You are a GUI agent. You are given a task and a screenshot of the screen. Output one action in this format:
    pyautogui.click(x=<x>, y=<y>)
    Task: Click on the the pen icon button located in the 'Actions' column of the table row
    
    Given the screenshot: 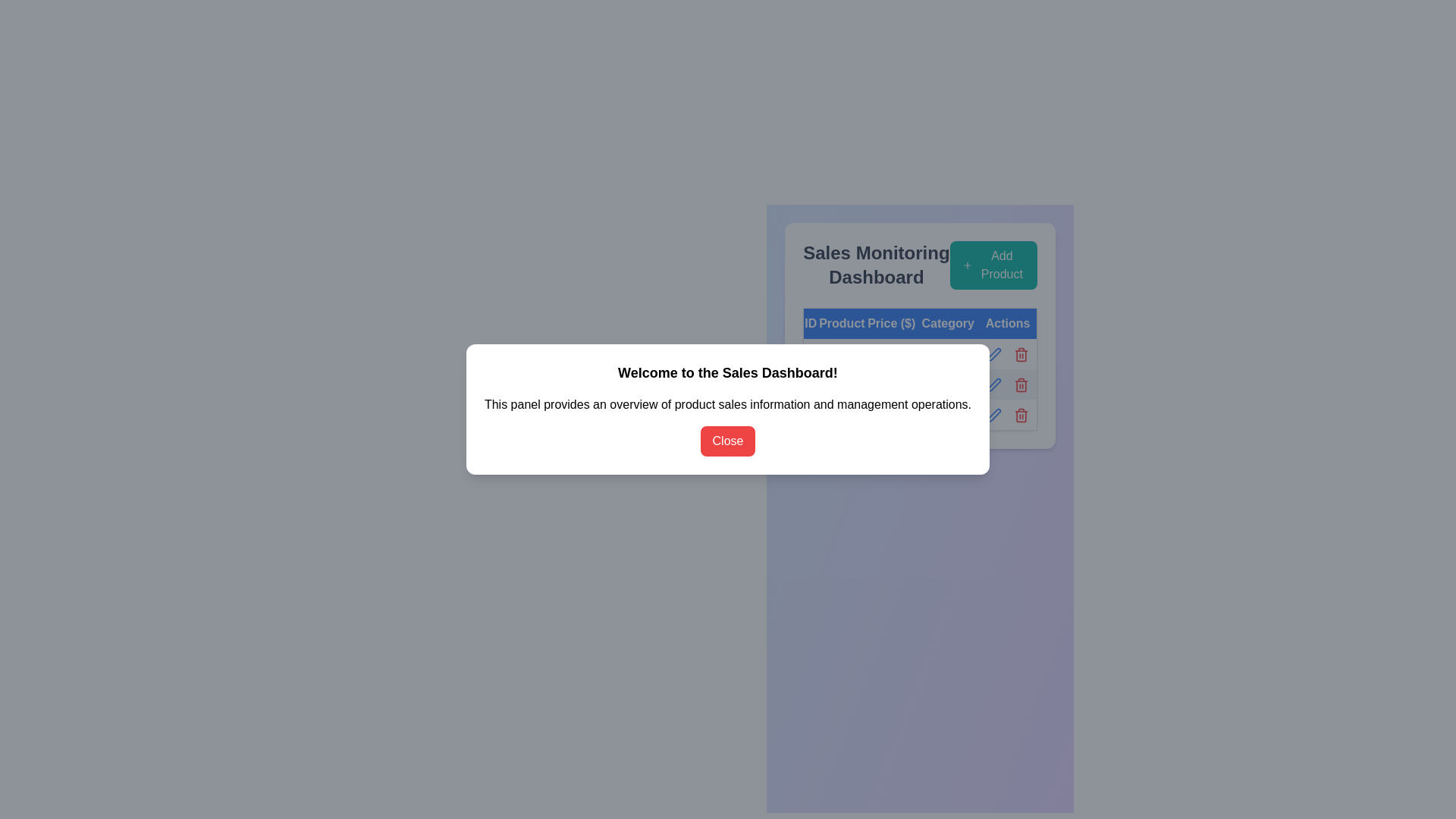 What is the action you would take?
    pyautogui.click(x=994, y=384)
    